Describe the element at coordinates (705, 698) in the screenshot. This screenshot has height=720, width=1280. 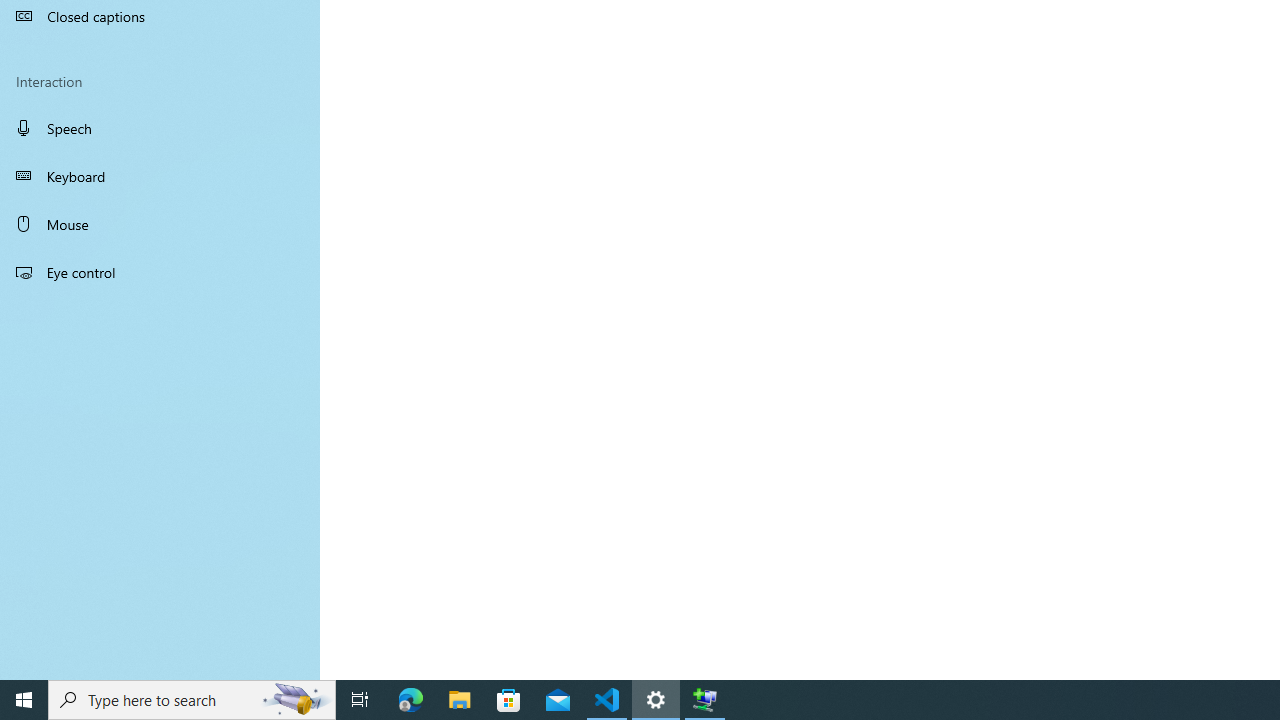
I see `'Extensible Wizards Host Process - 1 running window'` at that location.